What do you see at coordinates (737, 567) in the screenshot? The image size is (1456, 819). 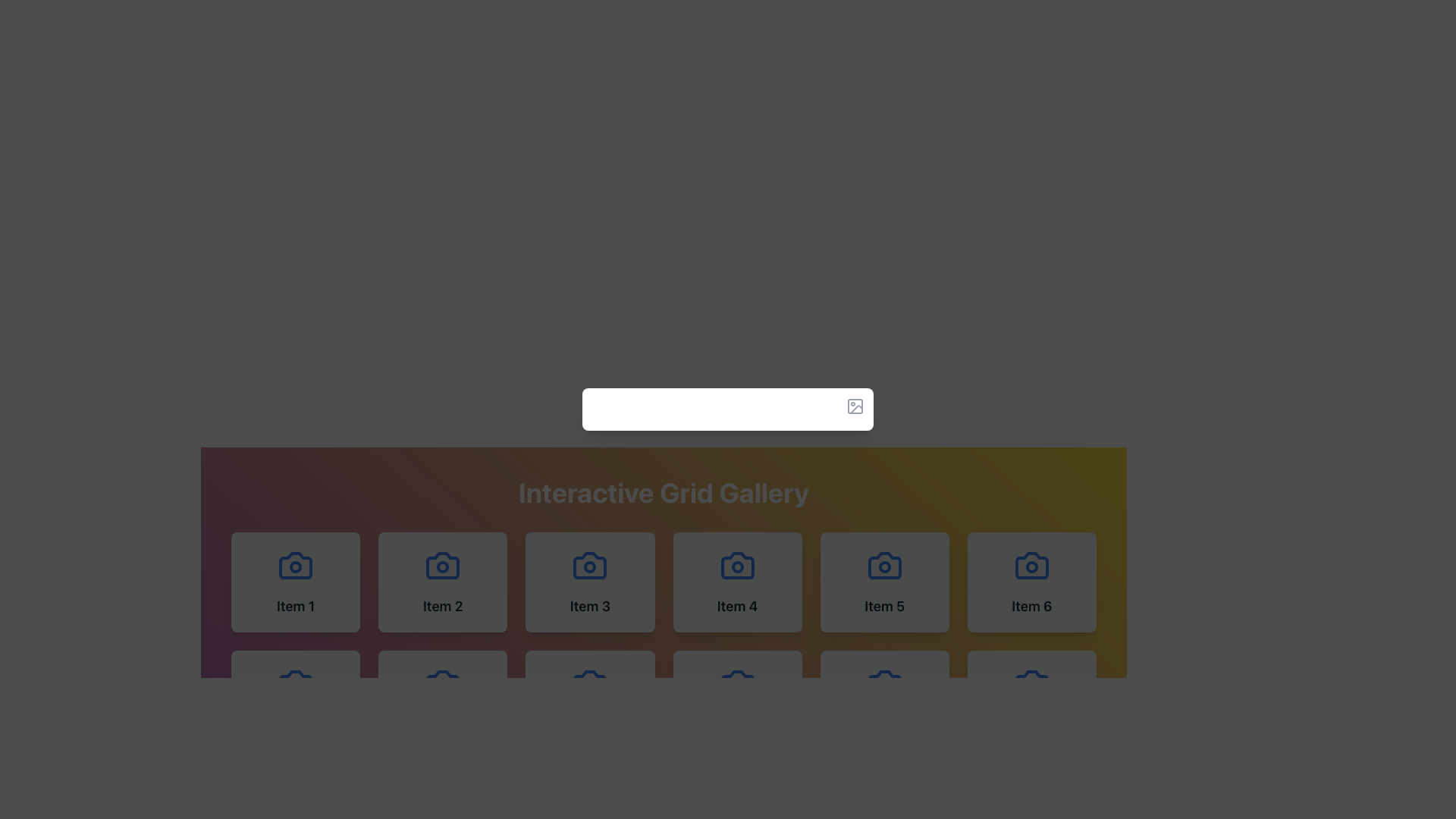 I see `the Circle SVG element that represents a lens or focal point on the fourth item card in the grid layout` at bounding box center [737, 567].